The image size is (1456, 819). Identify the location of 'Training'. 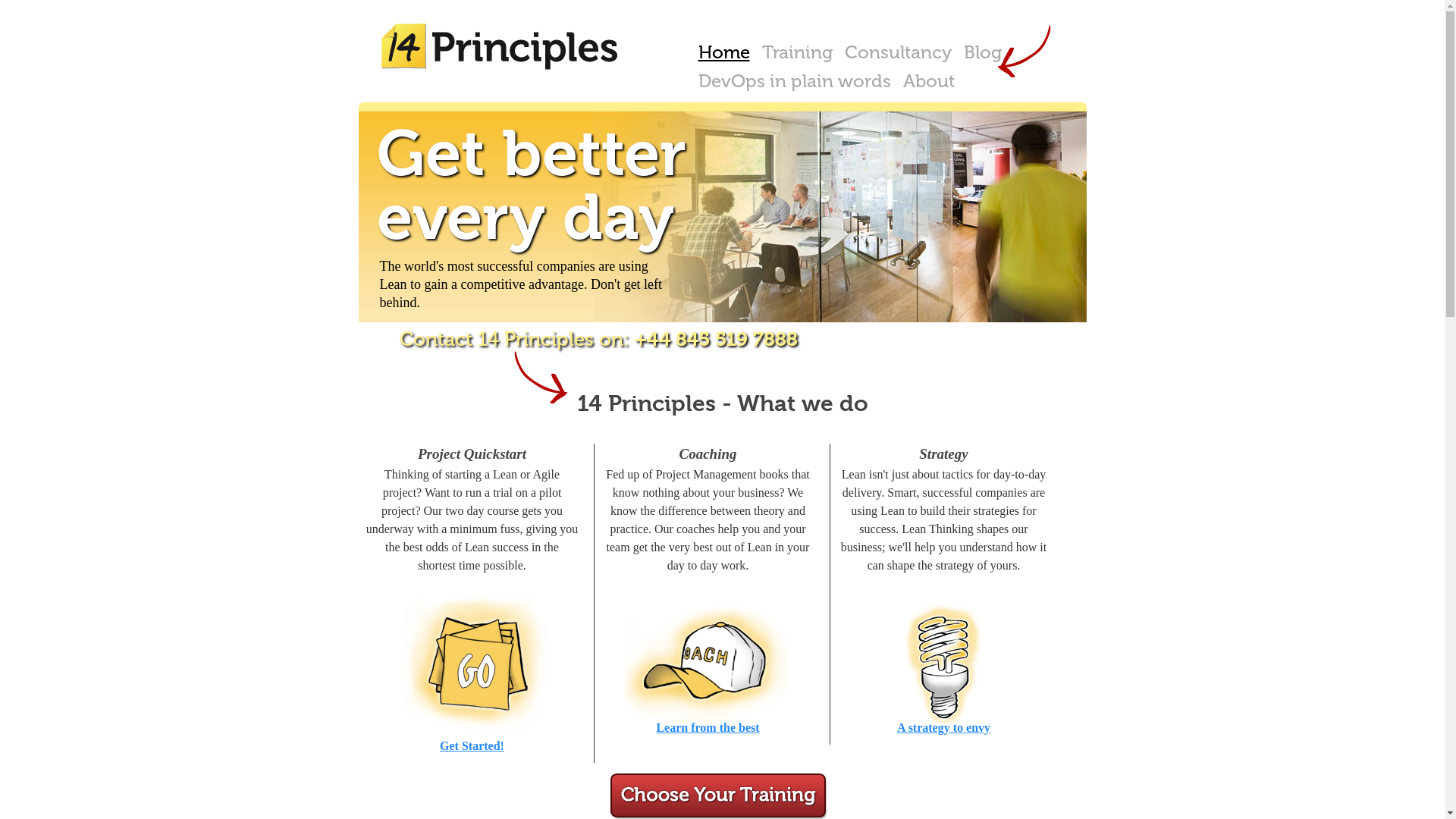
(795, 52).